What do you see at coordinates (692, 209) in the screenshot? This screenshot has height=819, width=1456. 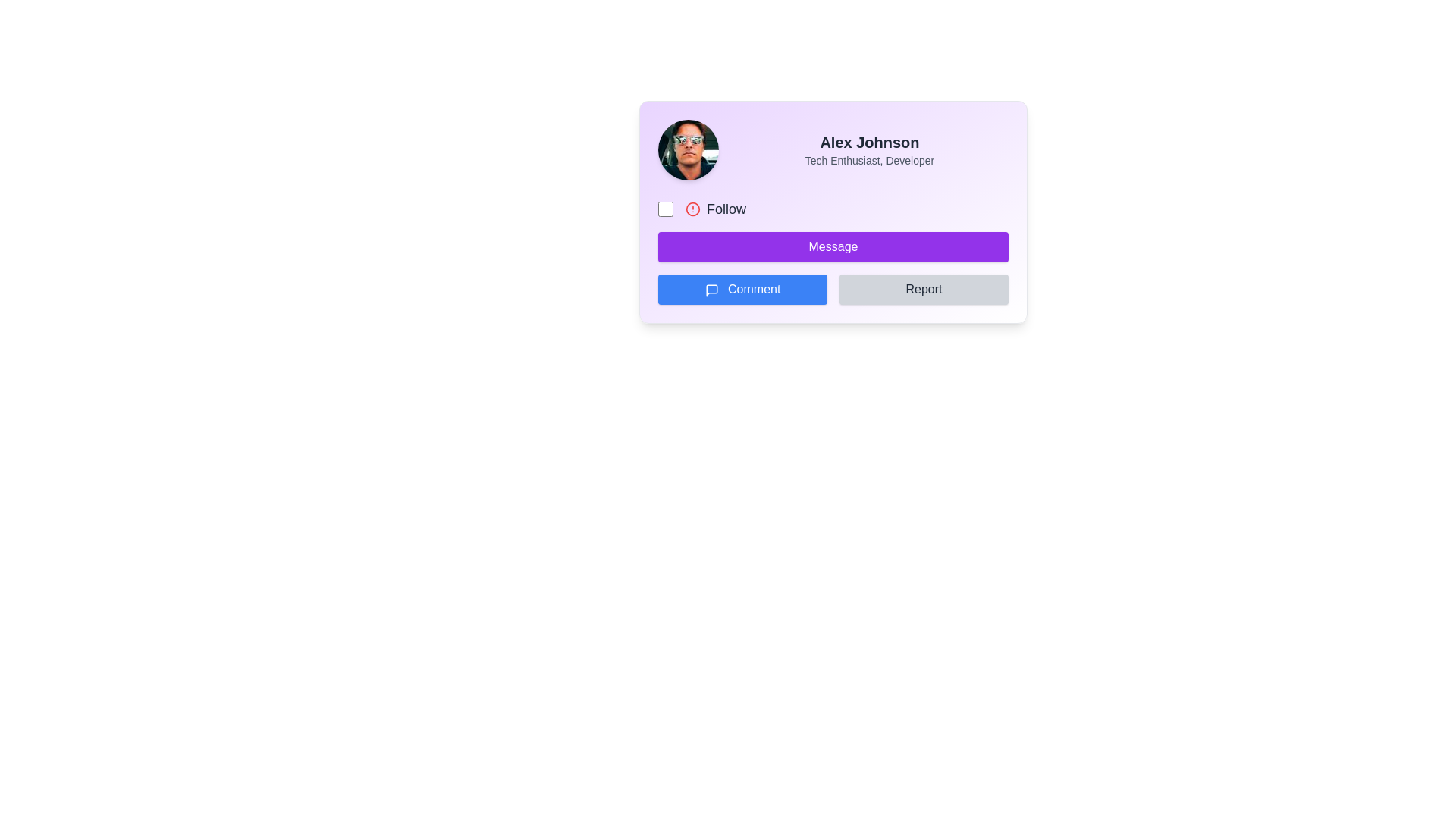 I see `the SVG Circle element that serves as a visual indicator within the 'Follow' checkbox icon` at bounding box center [692, 209].